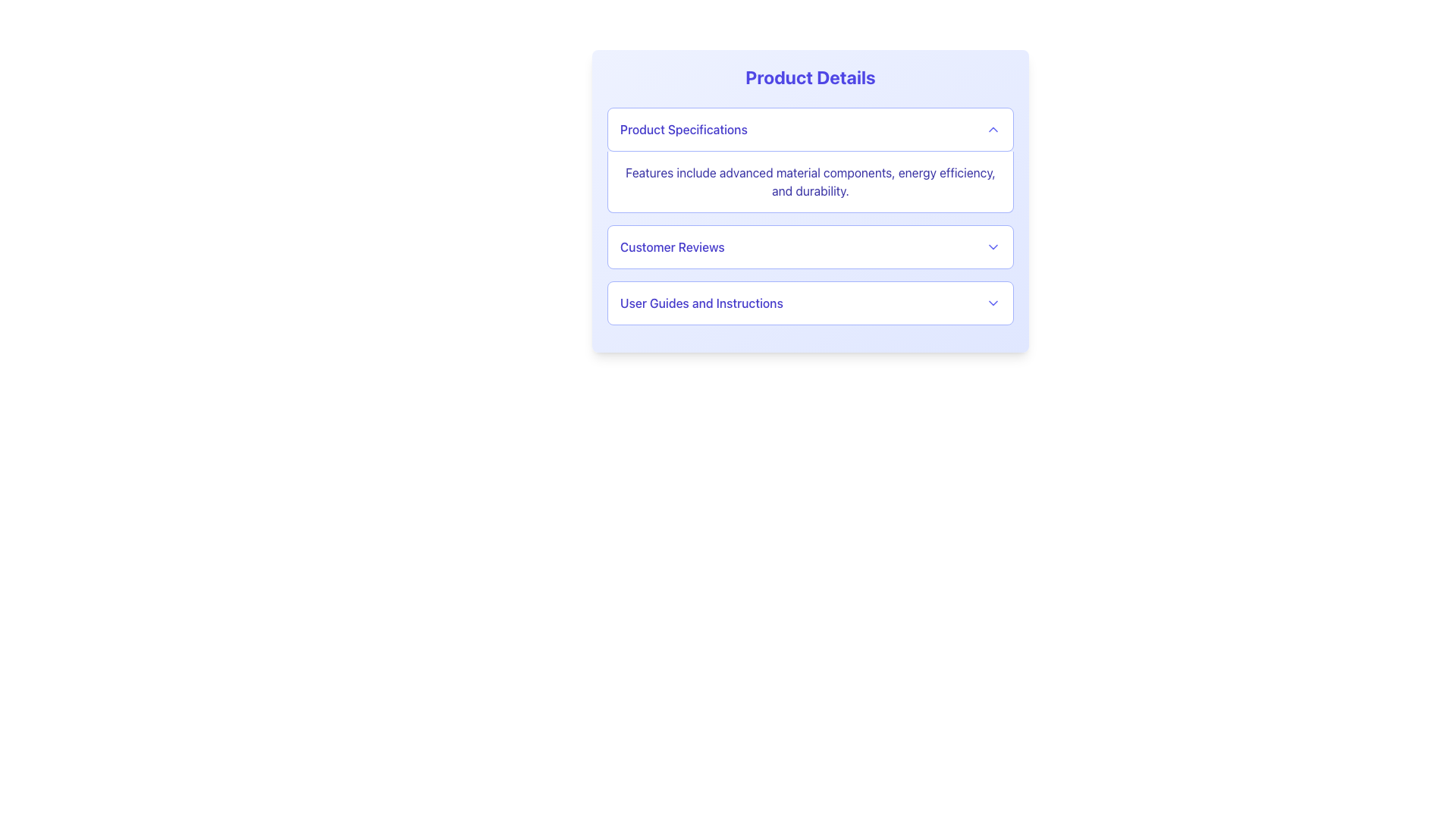 This screenshot has width=1456, height=819. Describe the element at coordinates (810, 181) in the screenshot. I see `informational text block located beneath the 'Product Specifications' label, which details the product's features such as material components, energy efficiency, and durability` at that location.